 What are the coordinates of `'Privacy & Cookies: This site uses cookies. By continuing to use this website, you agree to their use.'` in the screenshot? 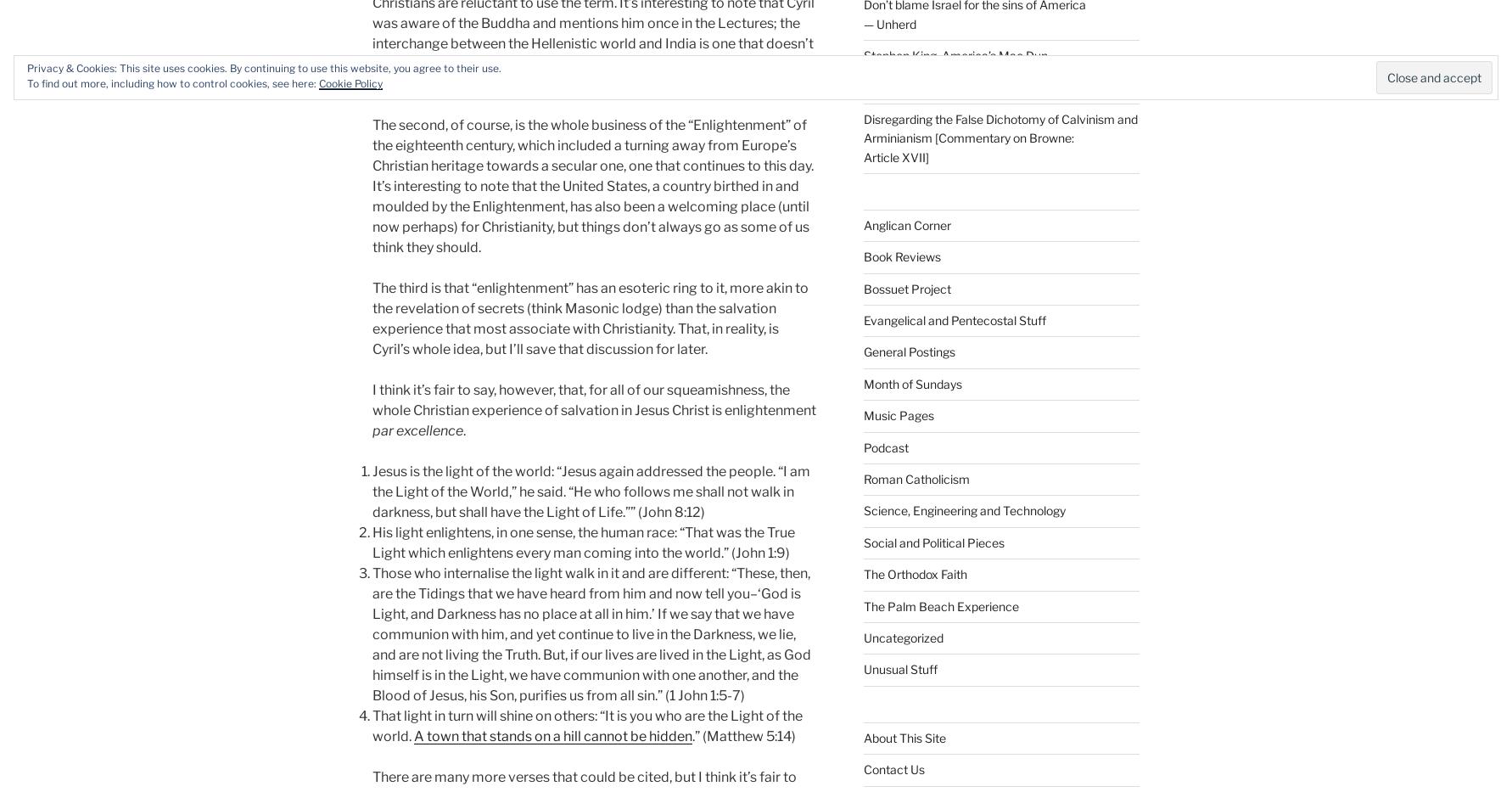 It's located at (263, 68).